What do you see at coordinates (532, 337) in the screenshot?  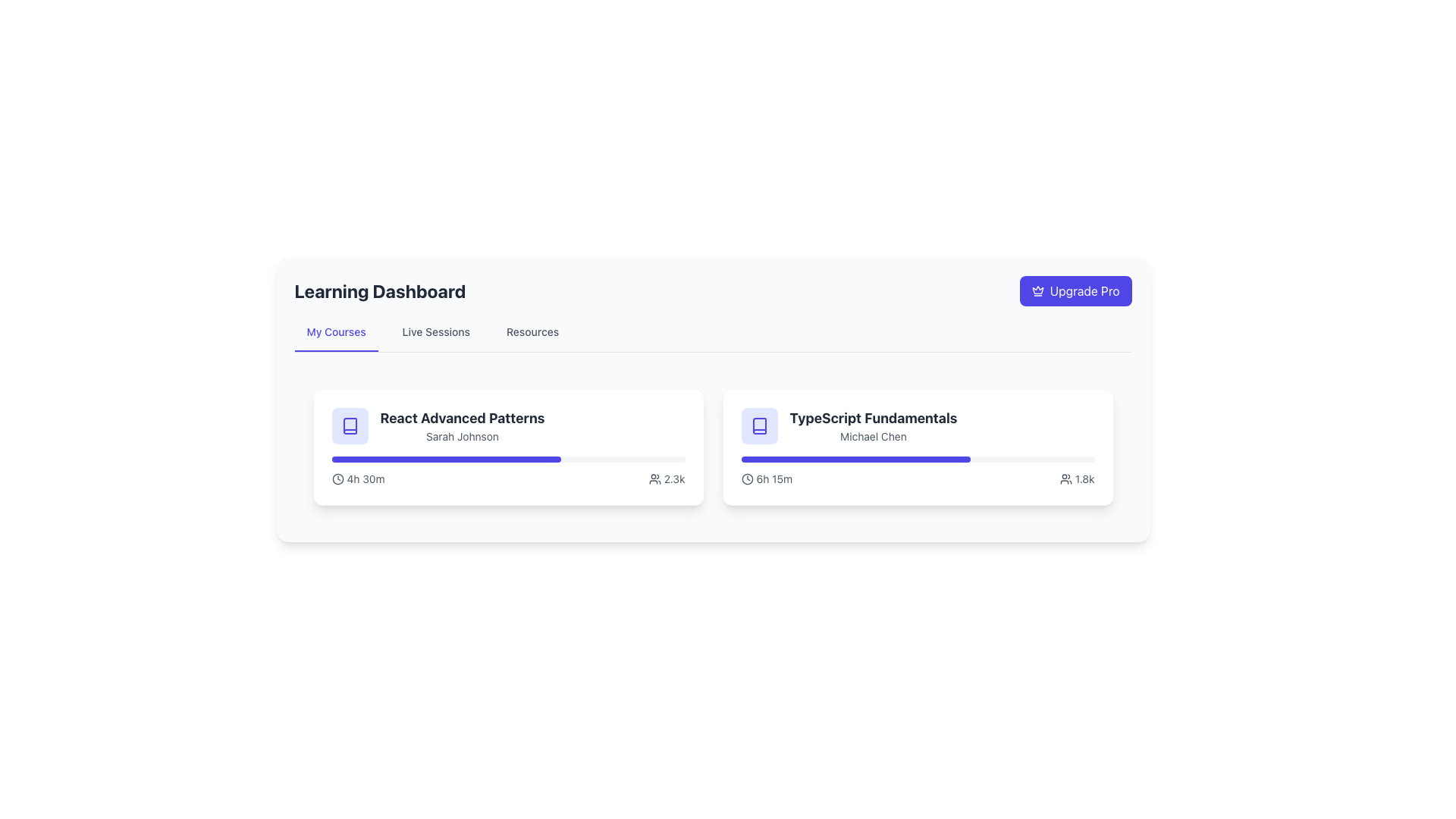 I see `the navigation tab labeled 'Resources' located as the third item under the 'Learning Dashboard' header to switch to the Resources section` at bounding box center [532, 337].